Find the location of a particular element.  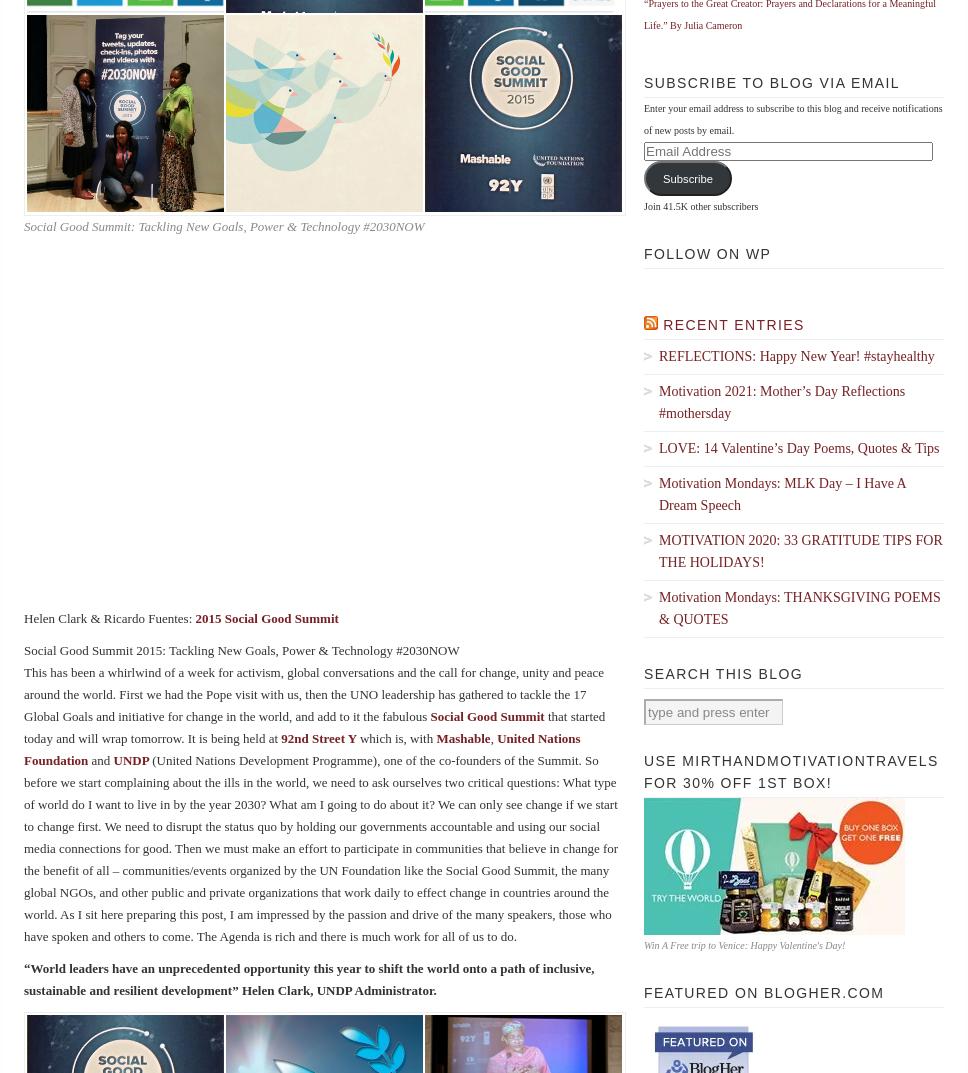

'which is, with' is located at coordinates (359, 737).